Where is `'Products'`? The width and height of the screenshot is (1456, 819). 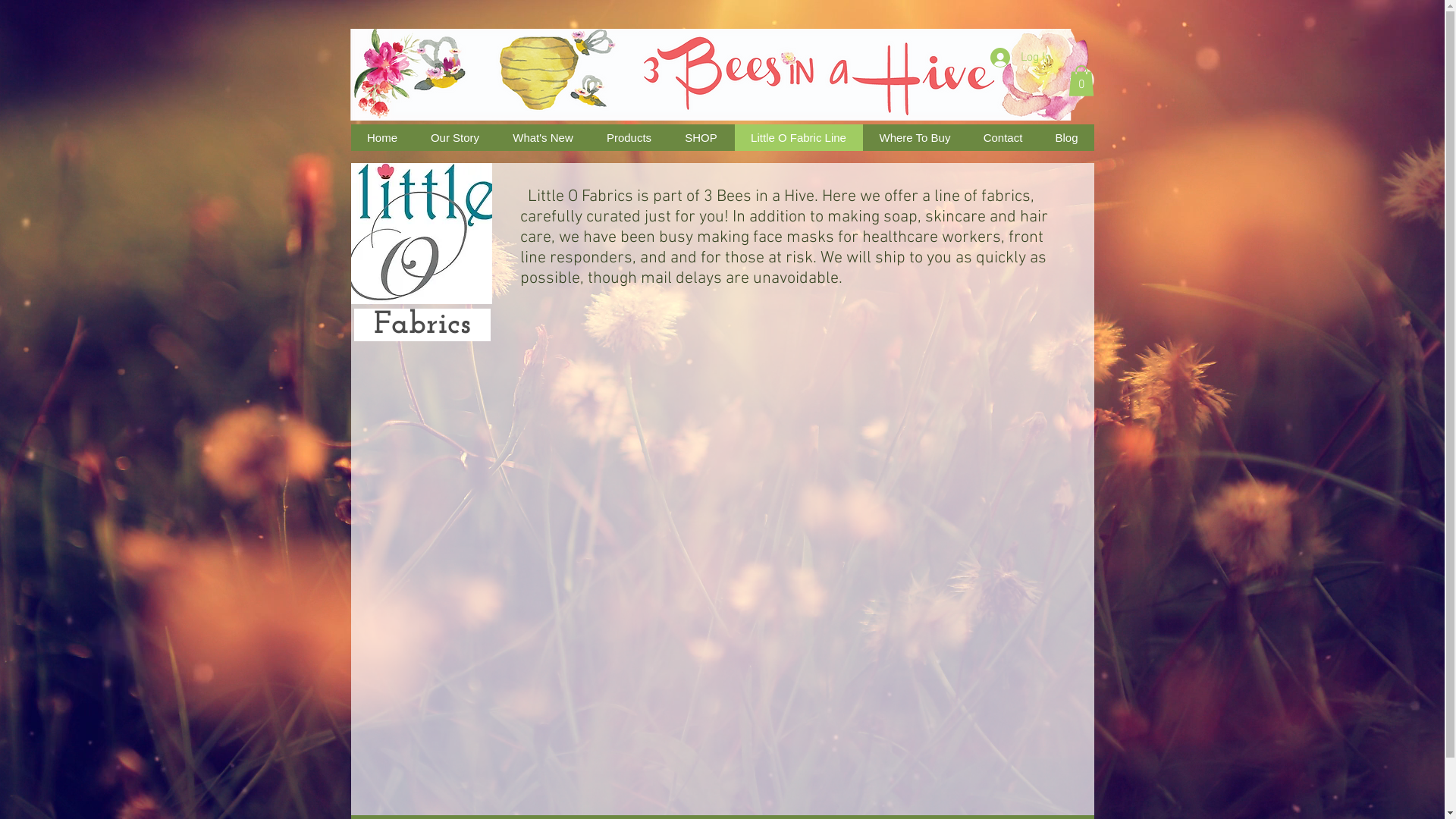
'Products' is located at coordinates (629, 137).